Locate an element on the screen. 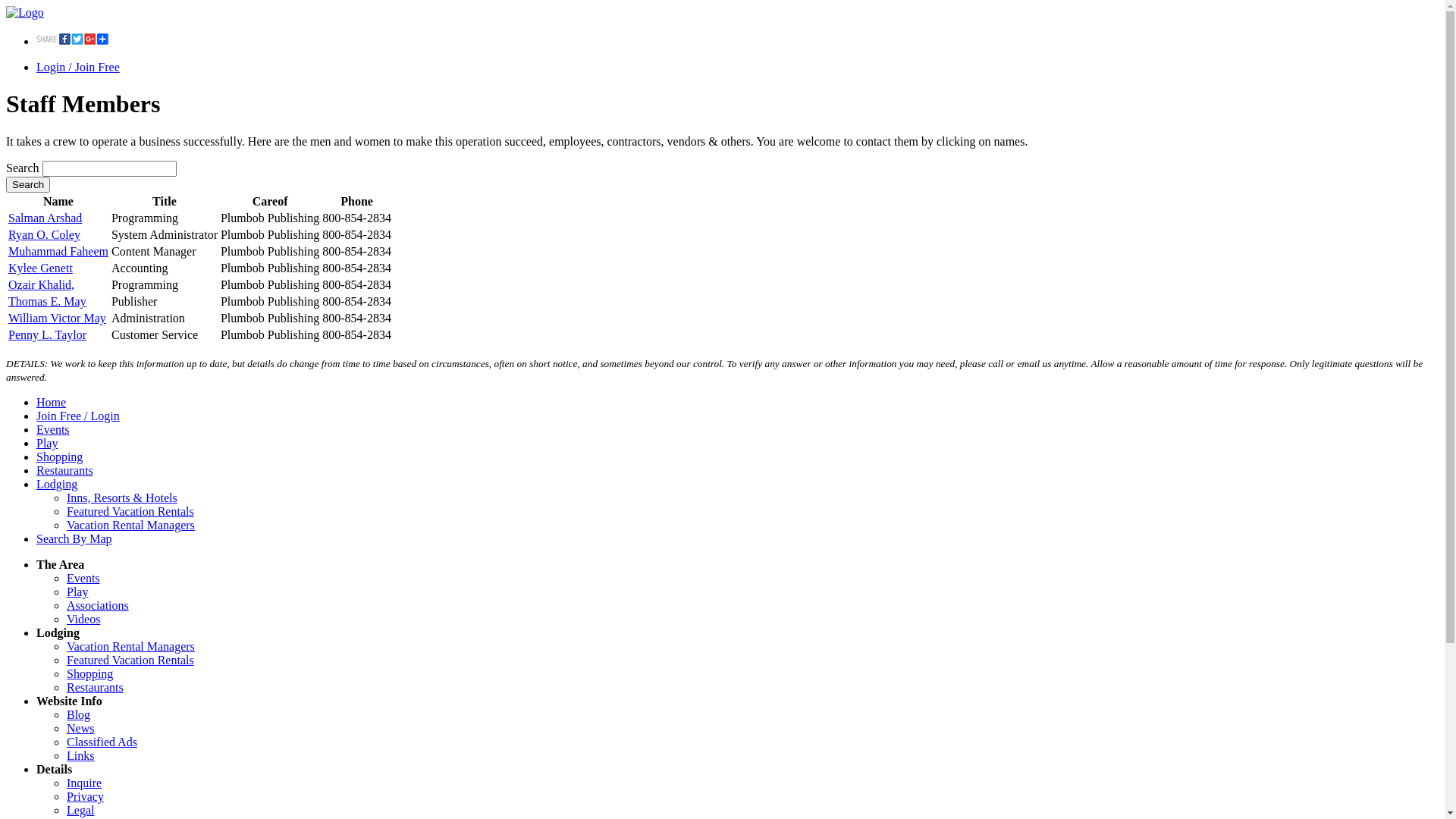 The height and width of the screenshot is (819, 1456). 'Associations' is located at coordinates (97, 604).